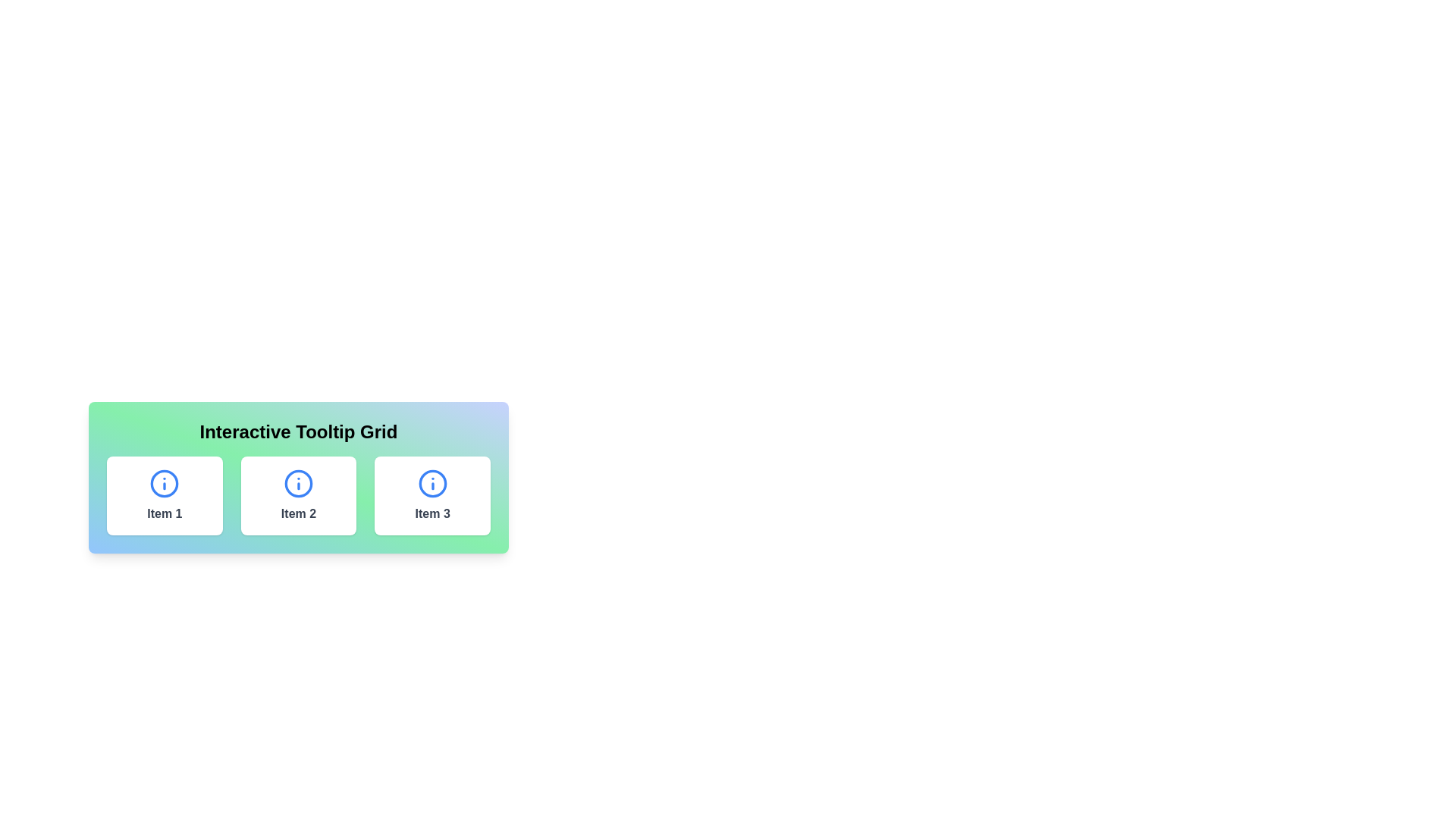 This screenshot has height=819, width=1456. Describe the element at coordinates (431, 483) in the screenshot. I see `the information icon located centrally within the card labeled 'Item 3' in the third column of the grid` at that location.